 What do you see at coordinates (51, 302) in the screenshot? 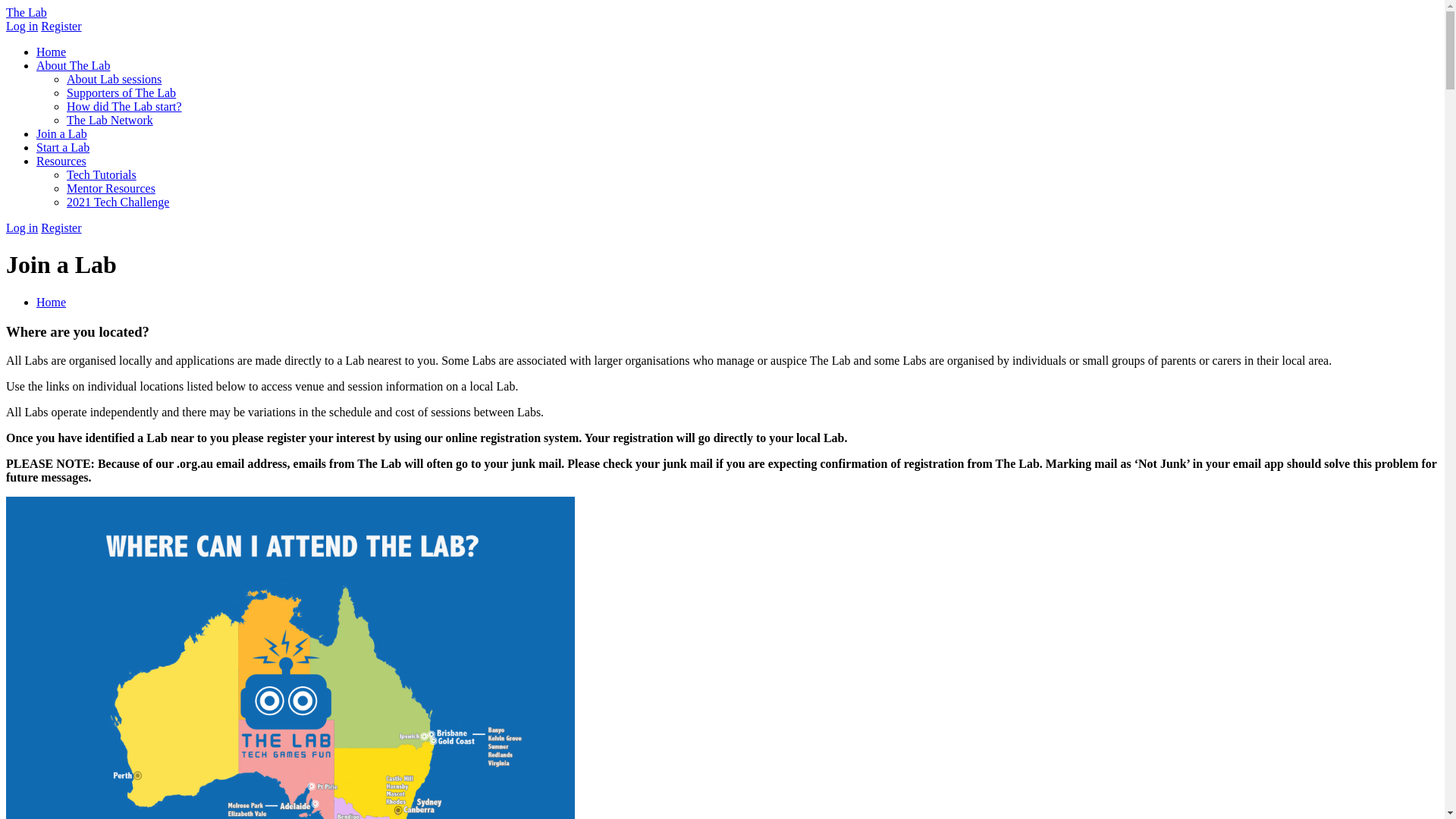
I see `'Home'` at bounding box center [51, 302].